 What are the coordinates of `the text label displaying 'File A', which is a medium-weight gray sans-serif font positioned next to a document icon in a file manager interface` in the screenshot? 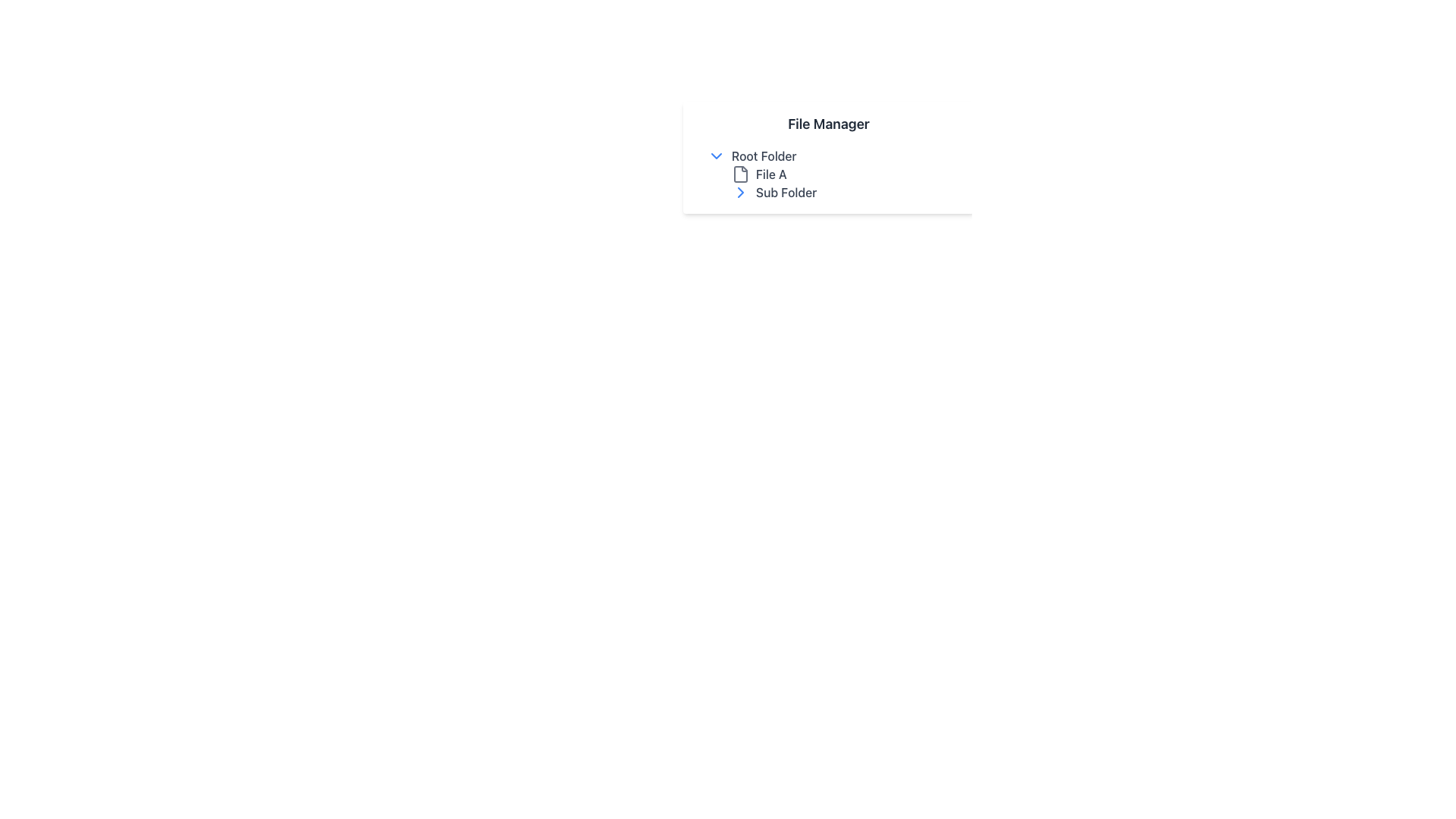 It's located at (771, 174).